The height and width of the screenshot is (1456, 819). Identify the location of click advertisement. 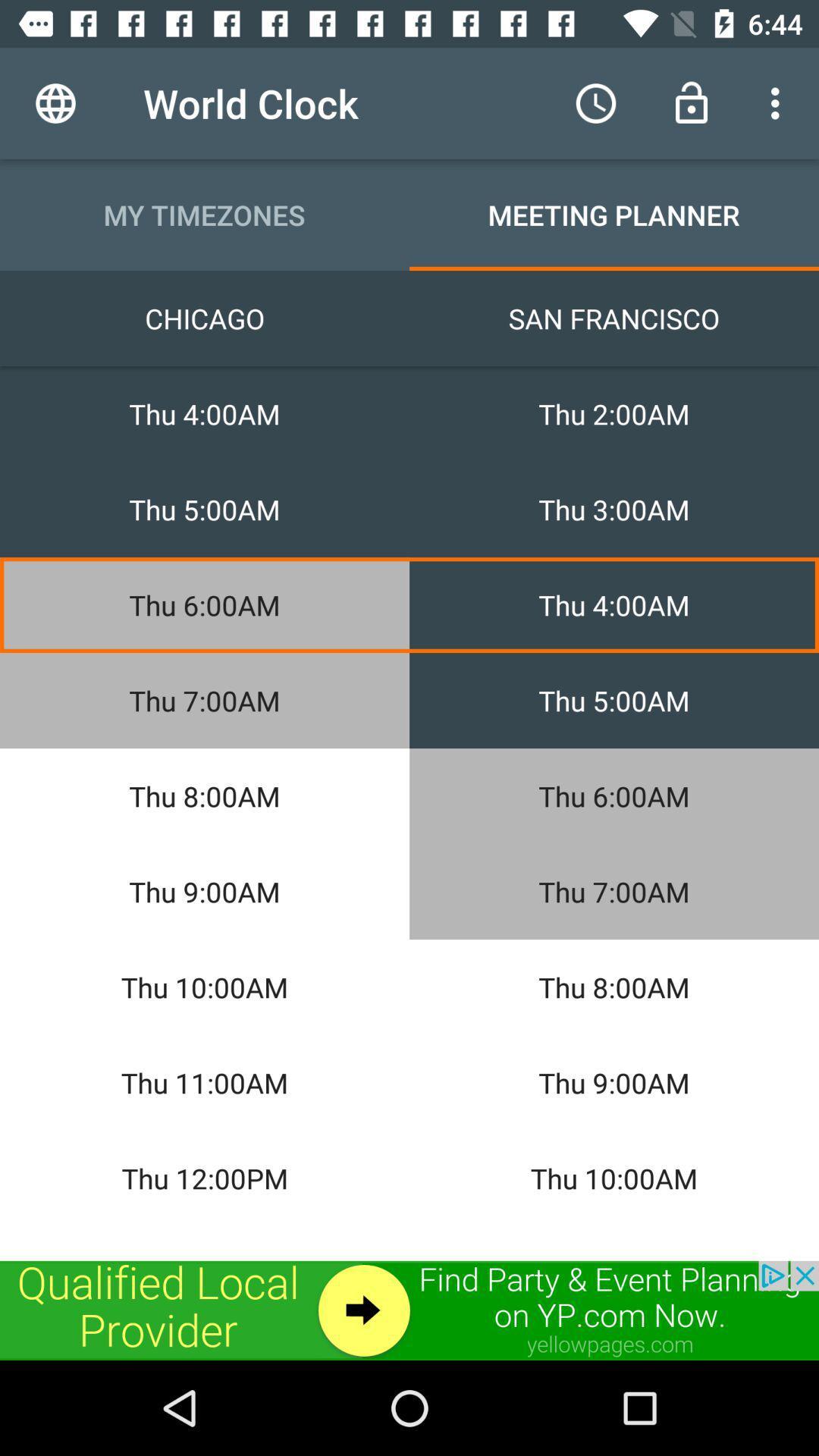
(409, 1310).